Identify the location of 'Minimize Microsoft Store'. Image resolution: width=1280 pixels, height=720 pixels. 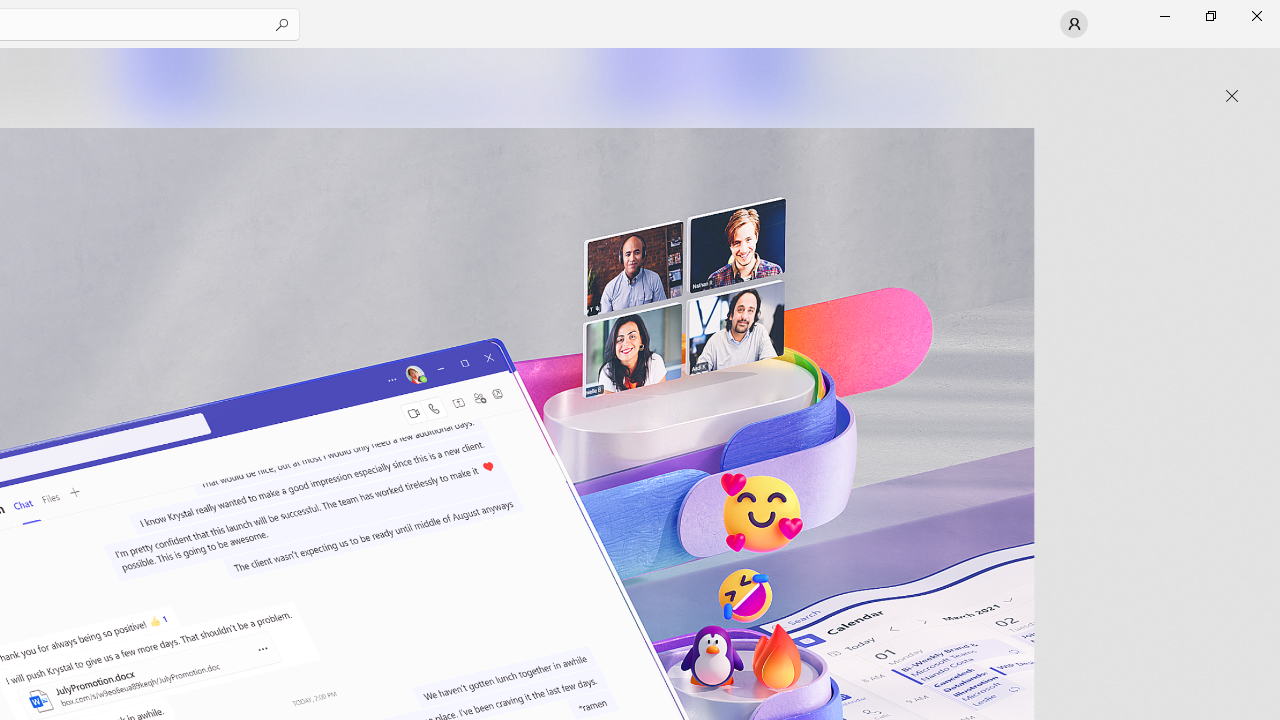
(1164, 15).